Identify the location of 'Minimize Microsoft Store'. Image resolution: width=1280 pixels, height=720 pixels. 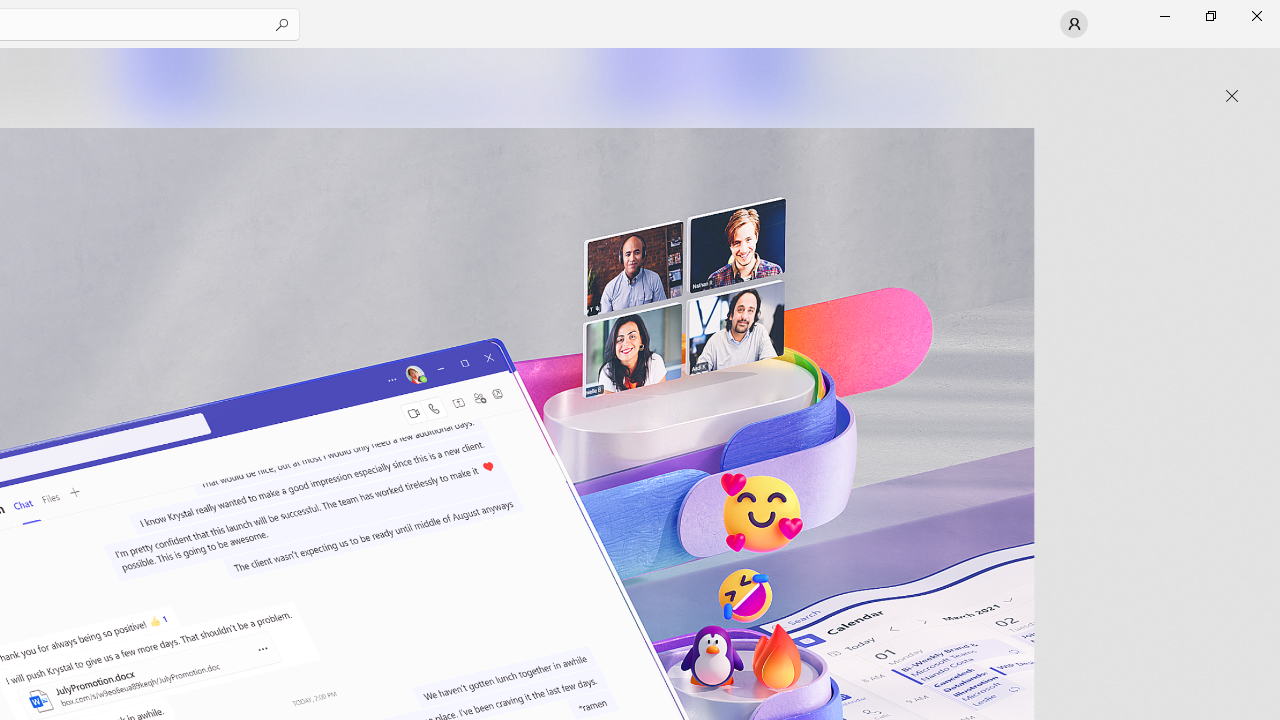
(1164, 15).